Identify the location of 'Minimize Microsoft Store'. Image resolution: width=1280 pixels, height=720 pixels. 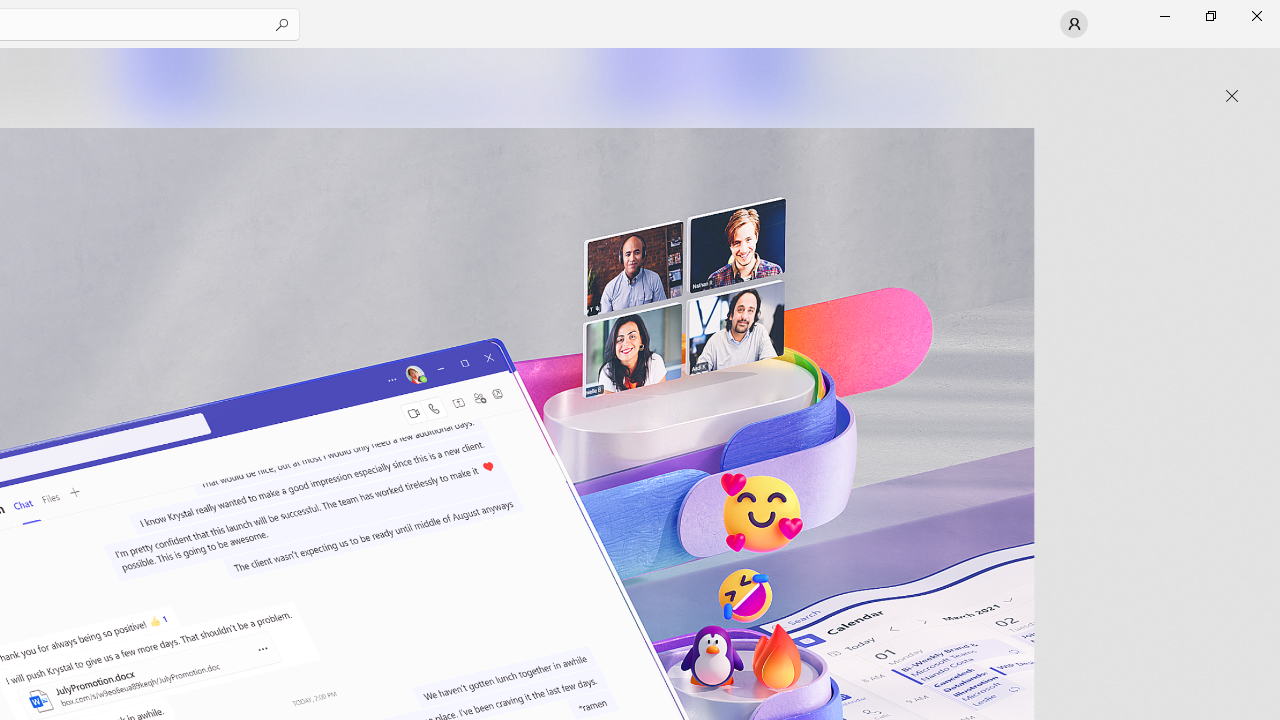
(1164, 15).